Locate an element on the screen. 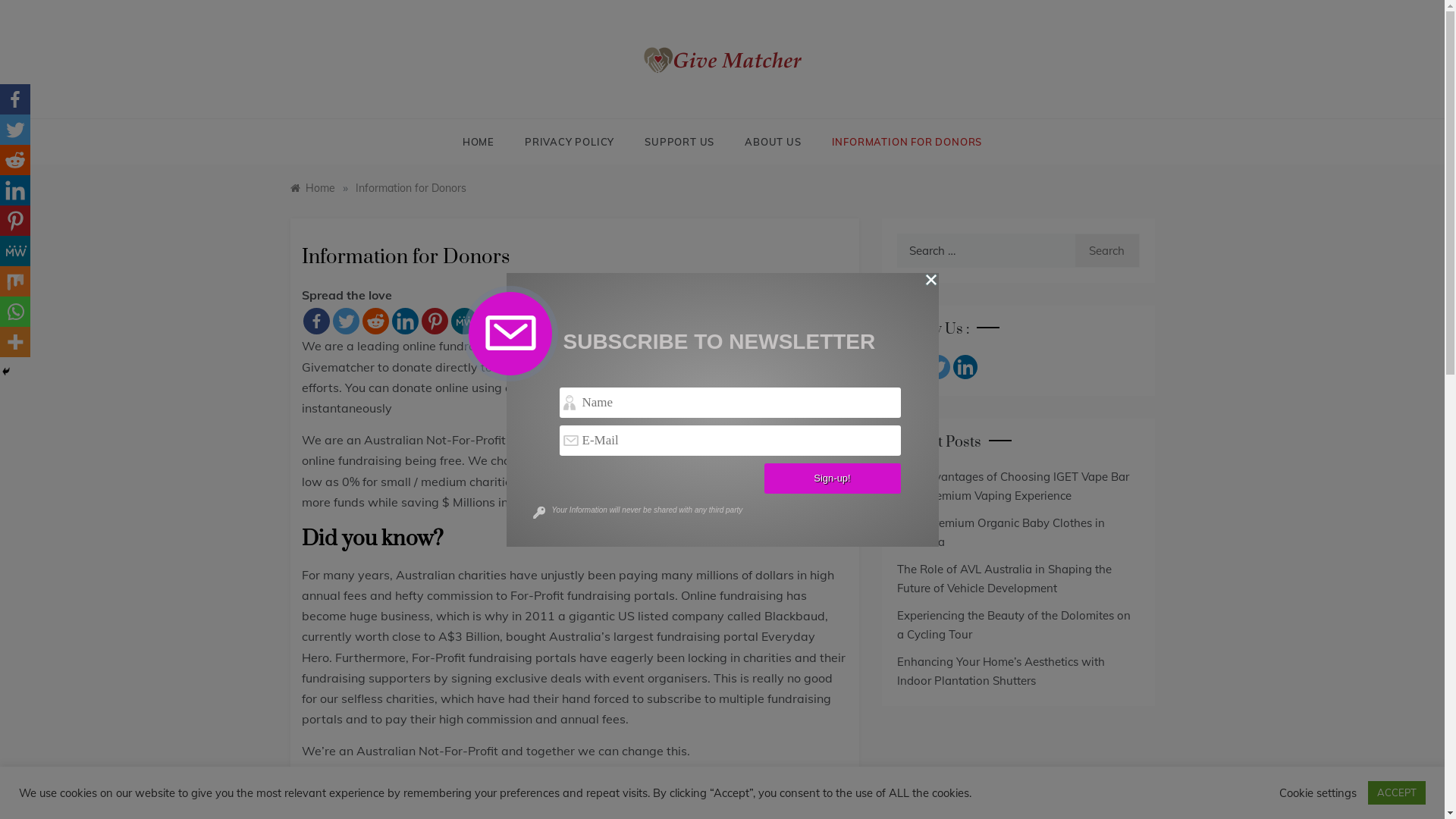 This screenshot has width=1456, height=819. 'Shop Premium Organic Baby Clothes in Australia' is located at coordinates (1000, 532).